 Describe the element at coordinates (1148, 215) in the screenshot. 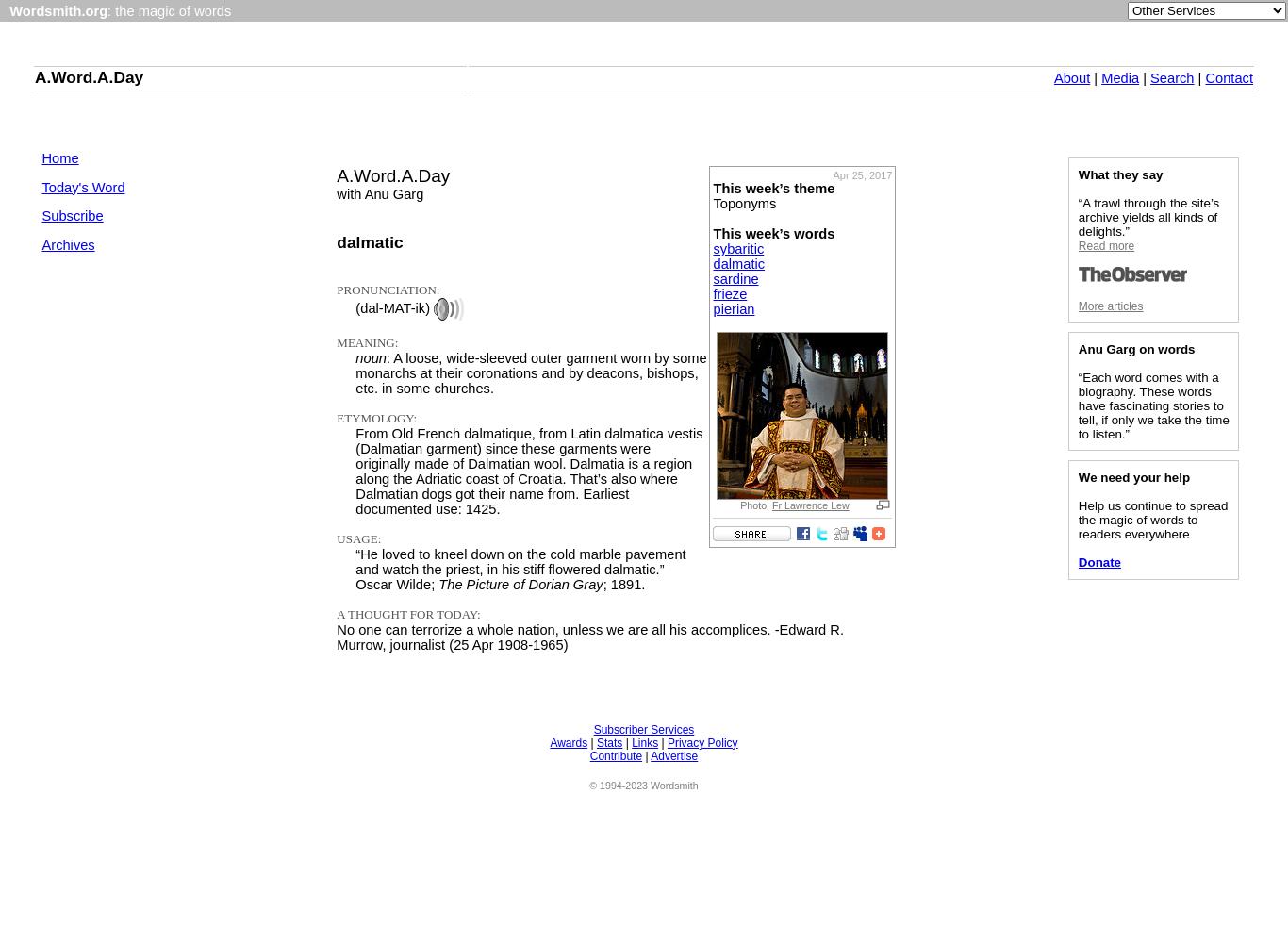

I see `'“A trawl through the site’s archive yields all kinds of delights.”'` at that location.